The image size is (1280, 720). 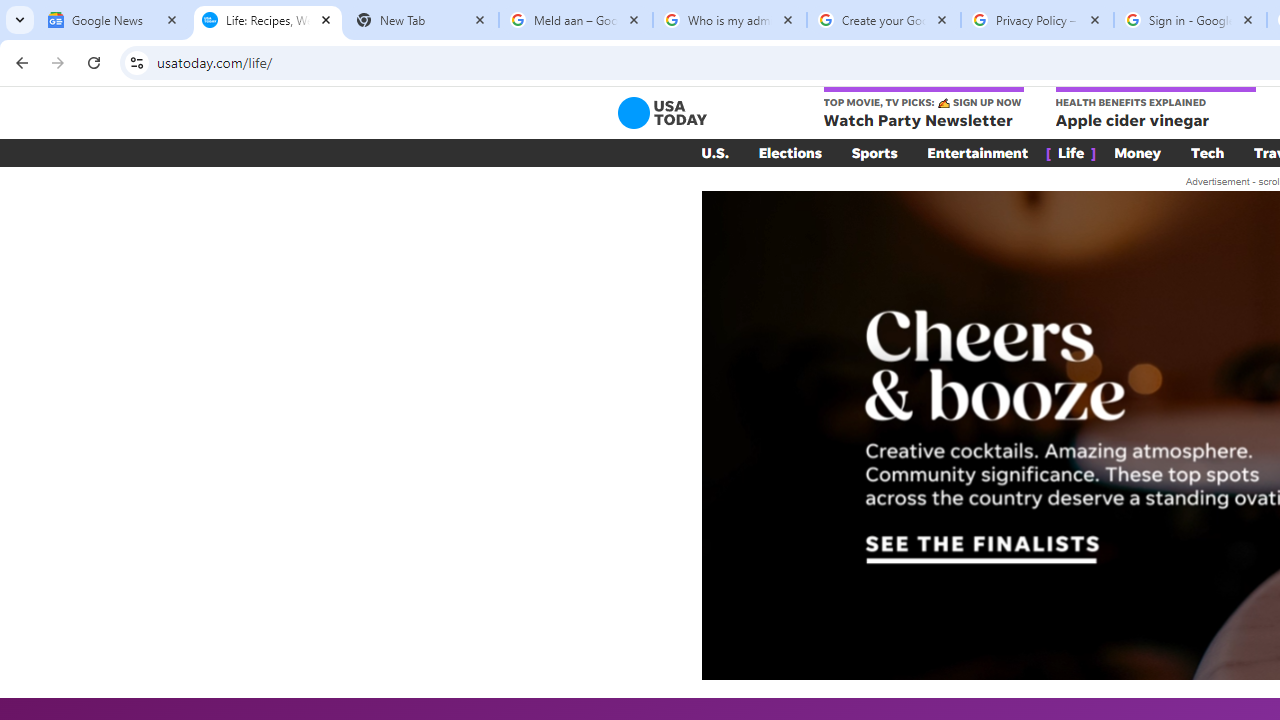 What do you see at coordinates (19, 61) in the screenshot?
I see `'Back'` at bounding box center [19, 61].